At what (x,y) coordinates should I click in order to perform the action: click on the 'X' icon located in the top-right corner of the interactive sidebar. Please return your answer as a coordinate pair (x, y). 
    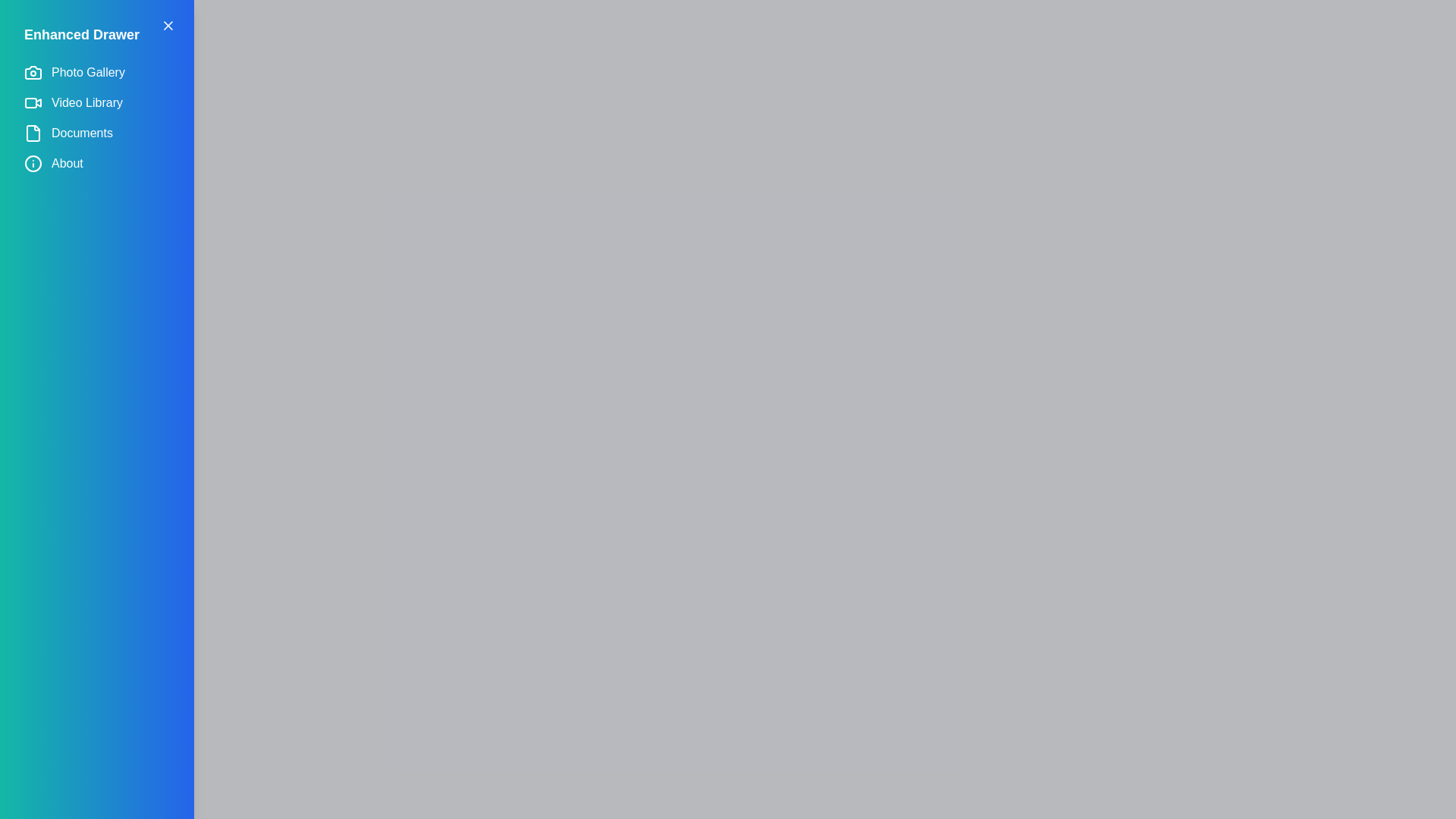
    Looking at the image, I should click on (168, 26).